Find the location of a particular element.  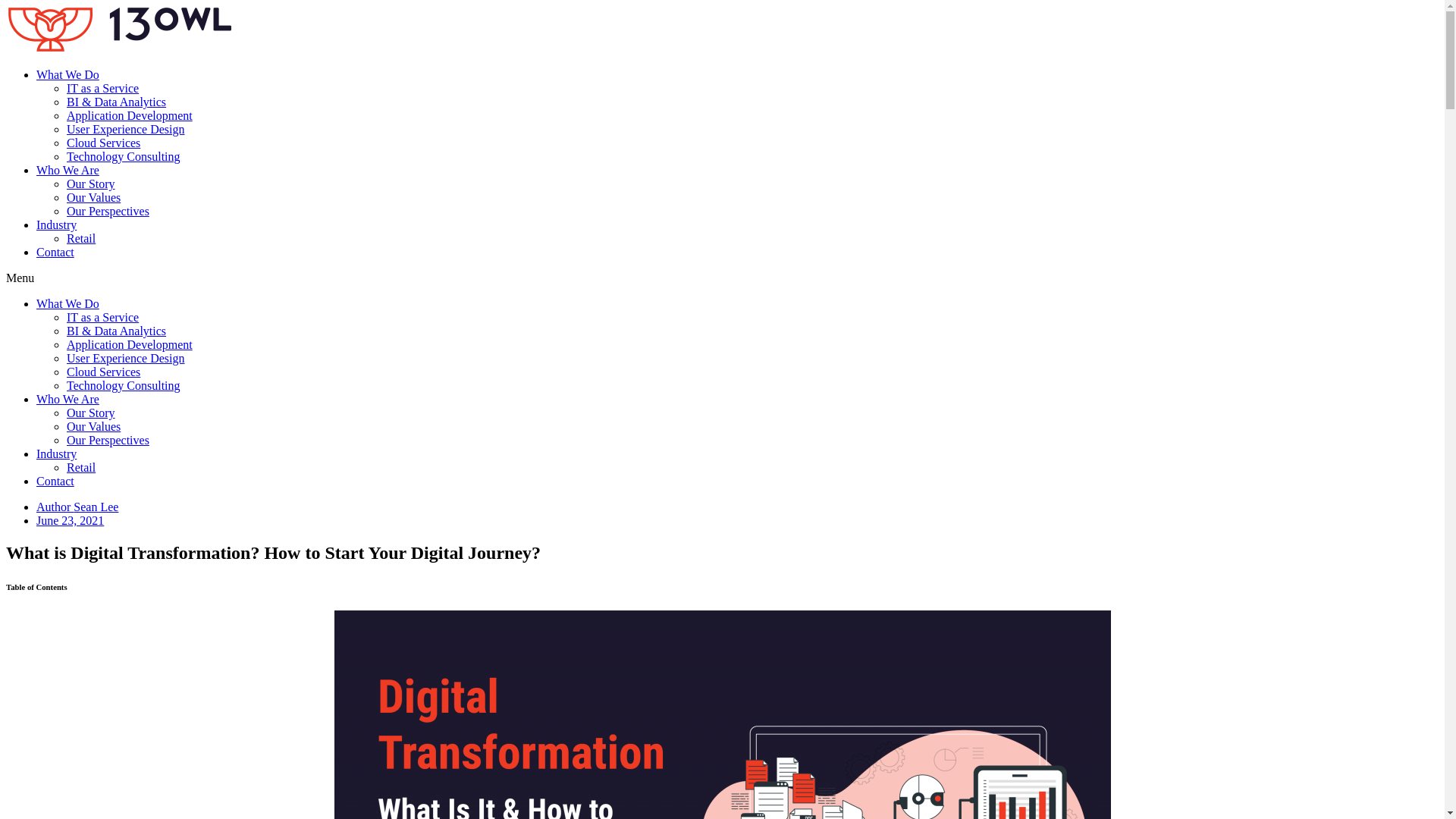

'BI & Data Analytics' is located at coordinates (65, 330).